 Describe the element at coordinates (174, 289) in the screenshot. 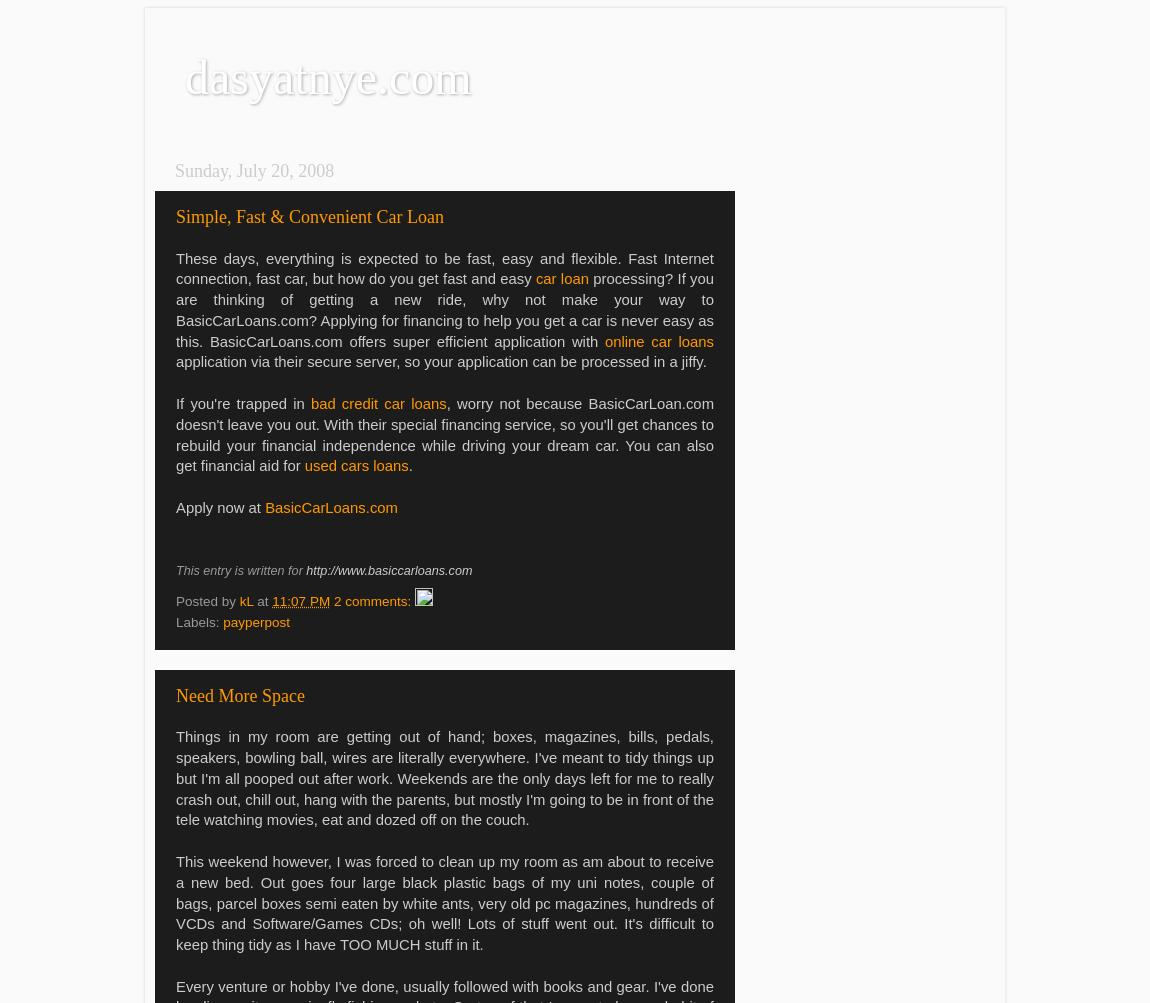

I see `'processing? If you are thinking of'` at that location.